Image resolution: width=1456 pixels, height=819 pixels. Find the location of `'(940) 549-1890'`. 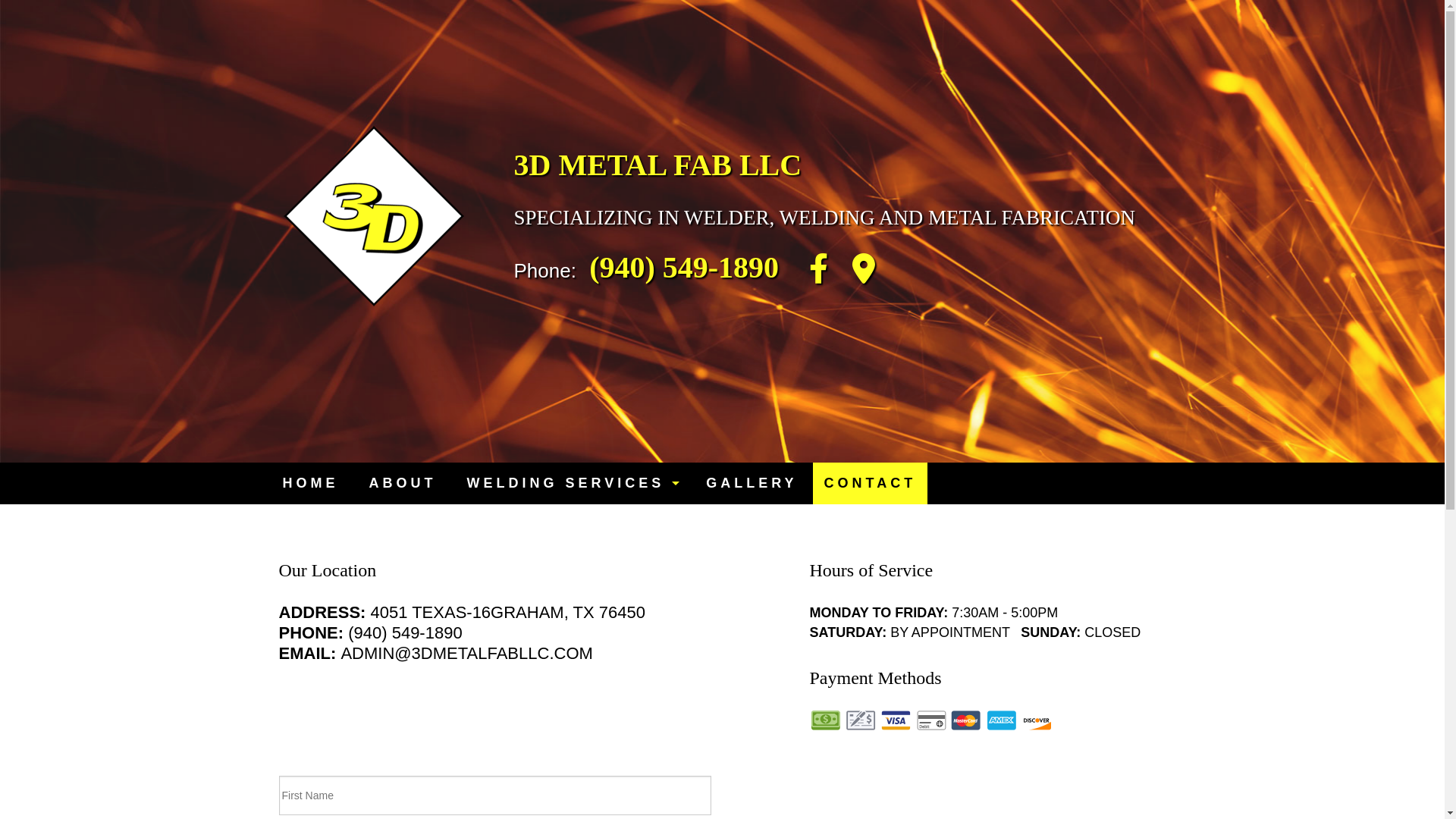

'(940) 549-1890' is located at coordinates (683, 266).